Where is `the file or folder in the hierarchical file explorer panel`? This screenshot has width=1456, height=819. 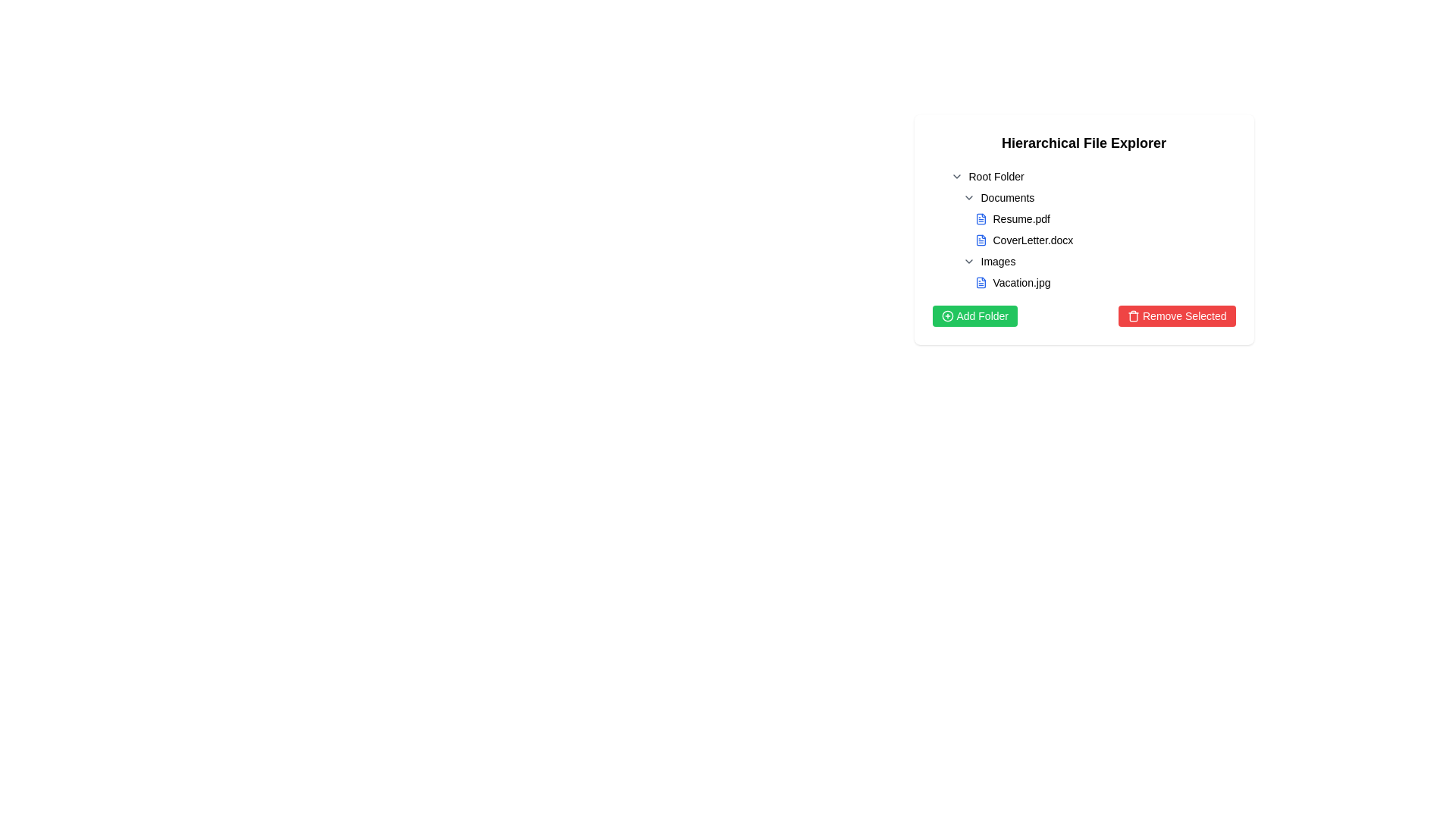
the file or folder in the hierarchical file explorer panel is located at coordinates (1083, 230).